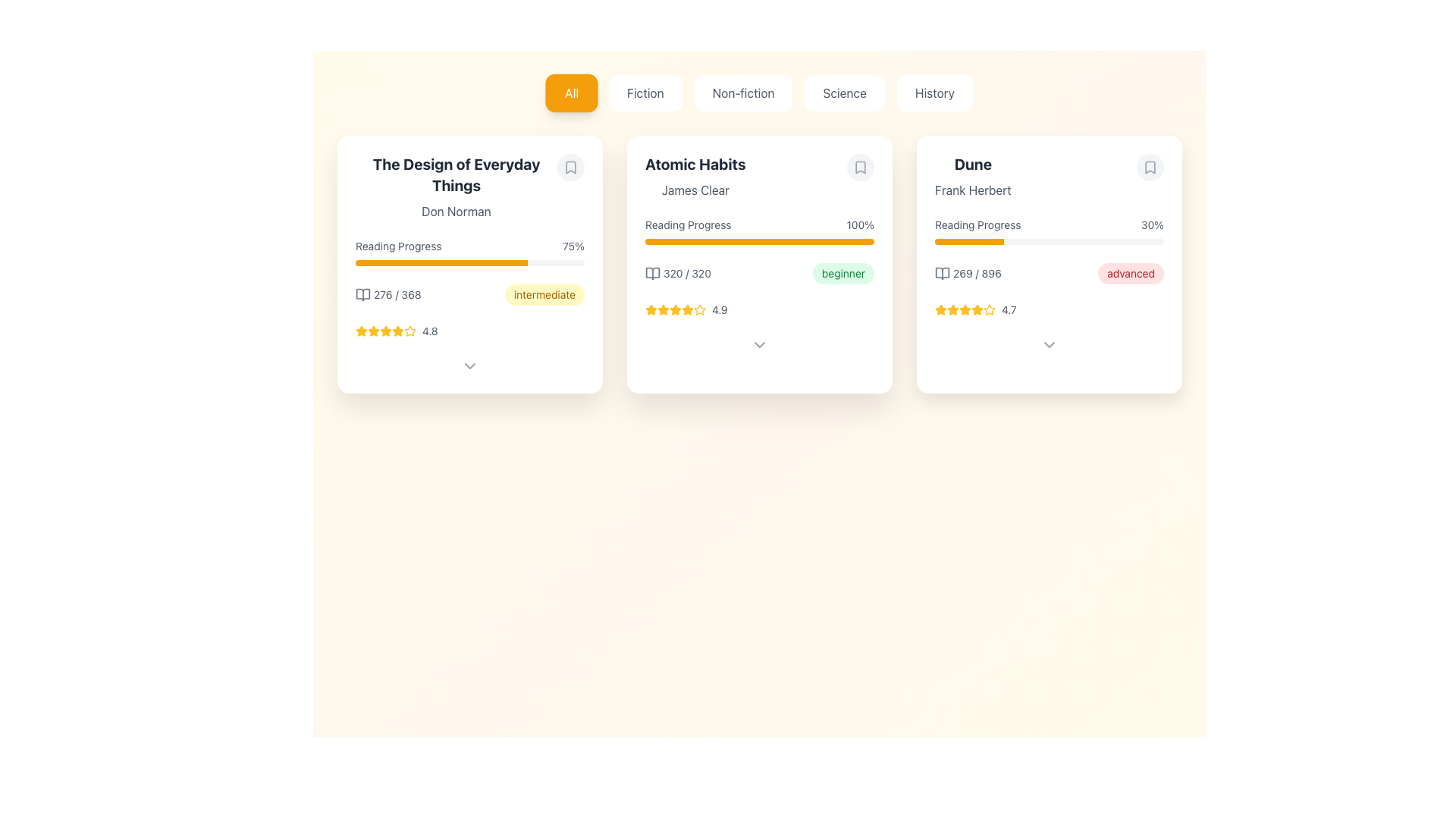  What do you see at coordinates (952, 309) in the screenshot?
I see `the second star in the gold-colored 5-star rating display below the 'Dune' title` at bounding box center [952, 309].